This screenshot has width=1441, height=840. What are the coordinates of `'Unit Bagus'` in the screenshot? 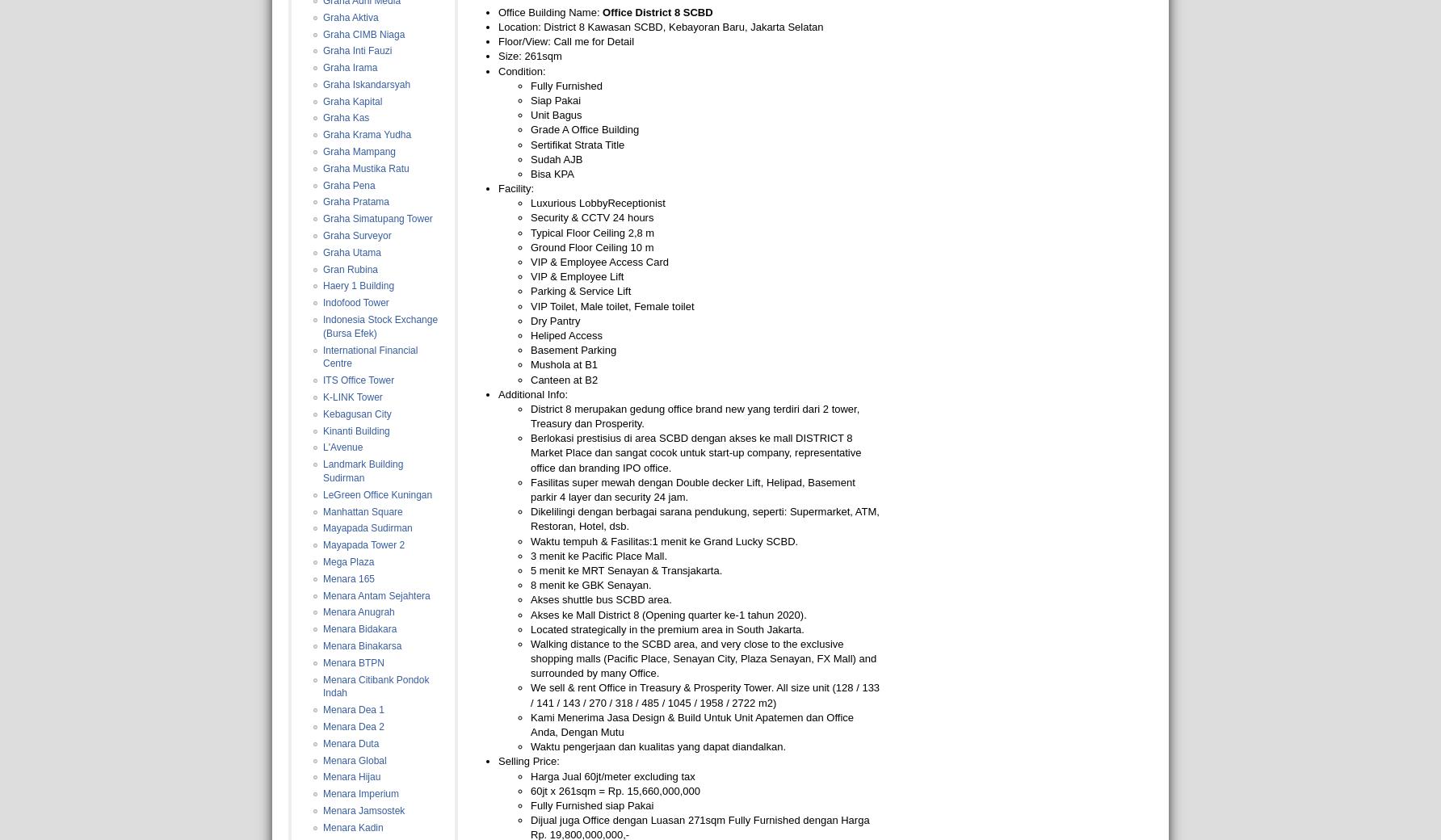 It's located at (556, 115).